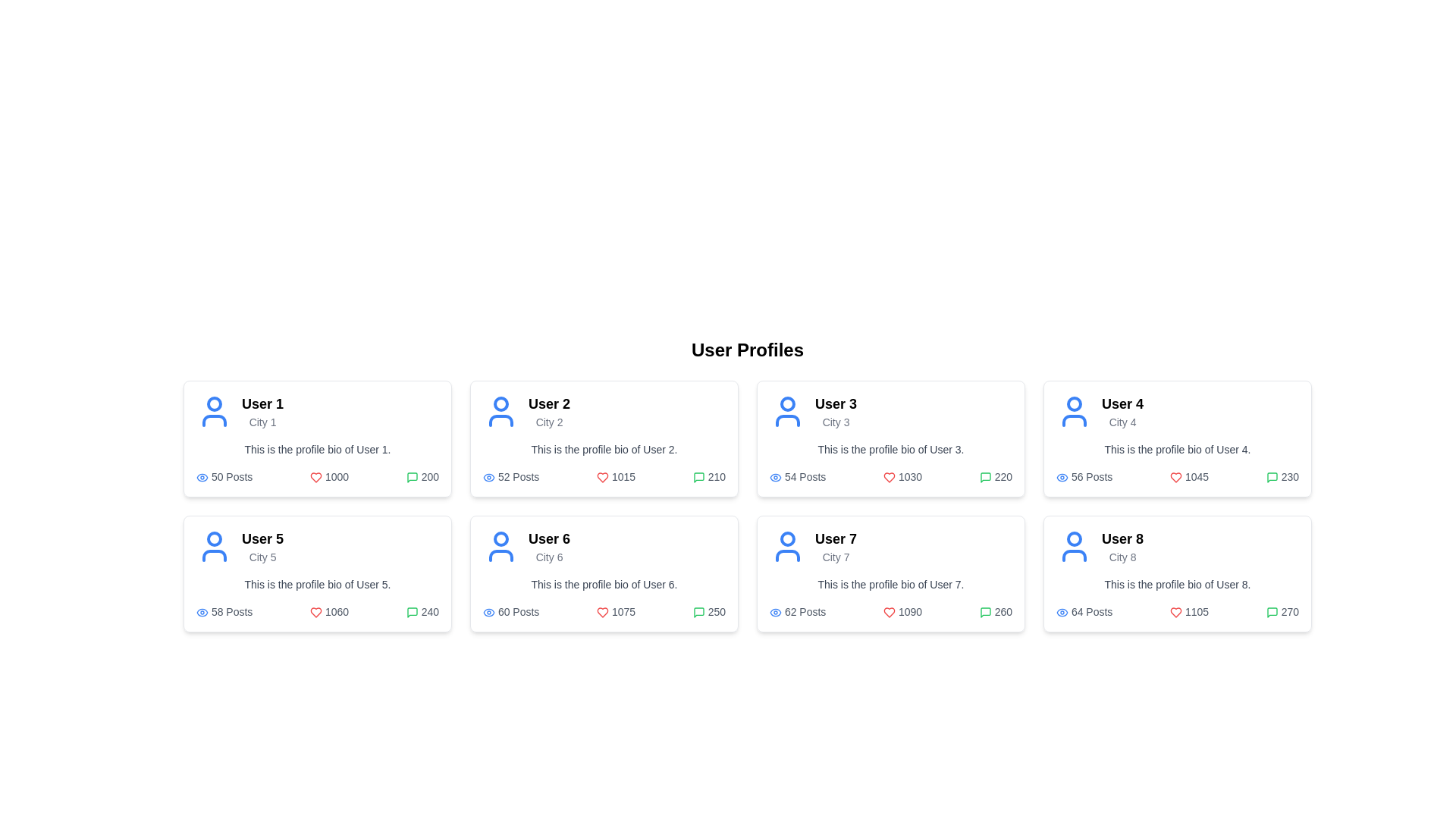 The height and width of the screenshot is (819, 1456). What do you see at coordinates (1073, 538) in the screenshot?
I see `the SVG circle representing the head in the user profile icon located in the bottom-right corner of the layout` at bounding box center [1073, 538].